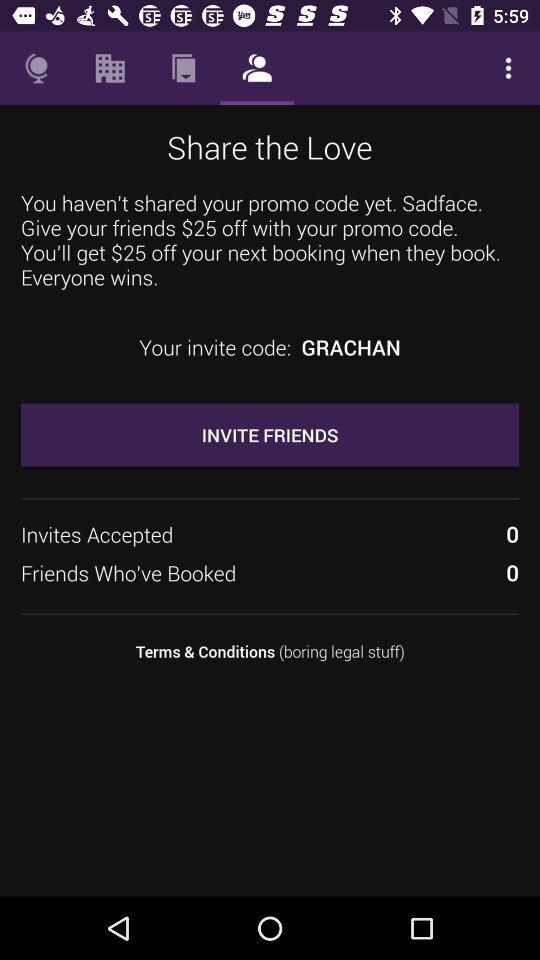 This screenshot has width=540, height=960. I want to click on the terms conditions boring, so click(270, 650).